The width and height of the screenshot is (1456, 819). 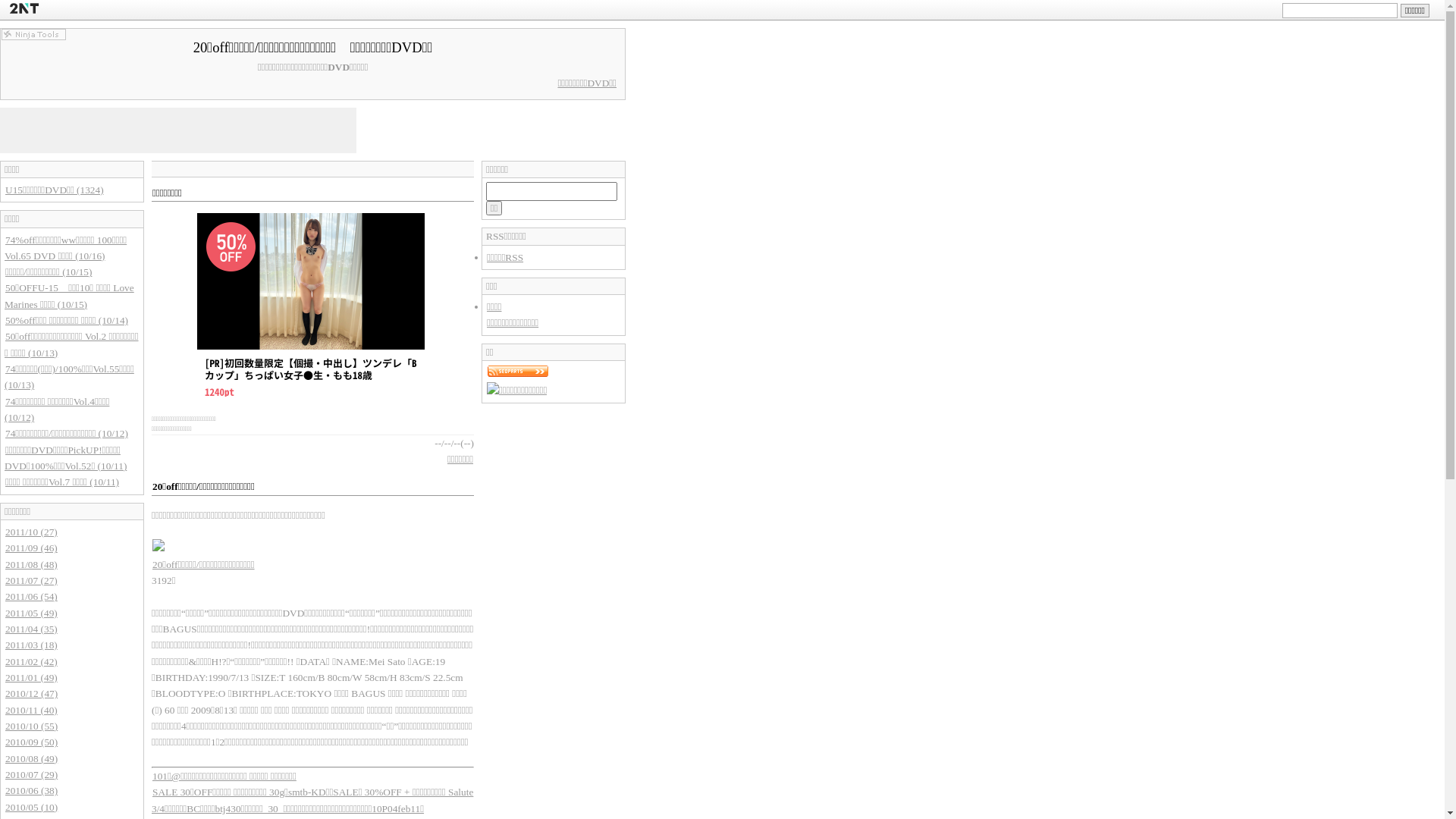 I want to click on '2011/03 (18)', so click(x=31, y=645).